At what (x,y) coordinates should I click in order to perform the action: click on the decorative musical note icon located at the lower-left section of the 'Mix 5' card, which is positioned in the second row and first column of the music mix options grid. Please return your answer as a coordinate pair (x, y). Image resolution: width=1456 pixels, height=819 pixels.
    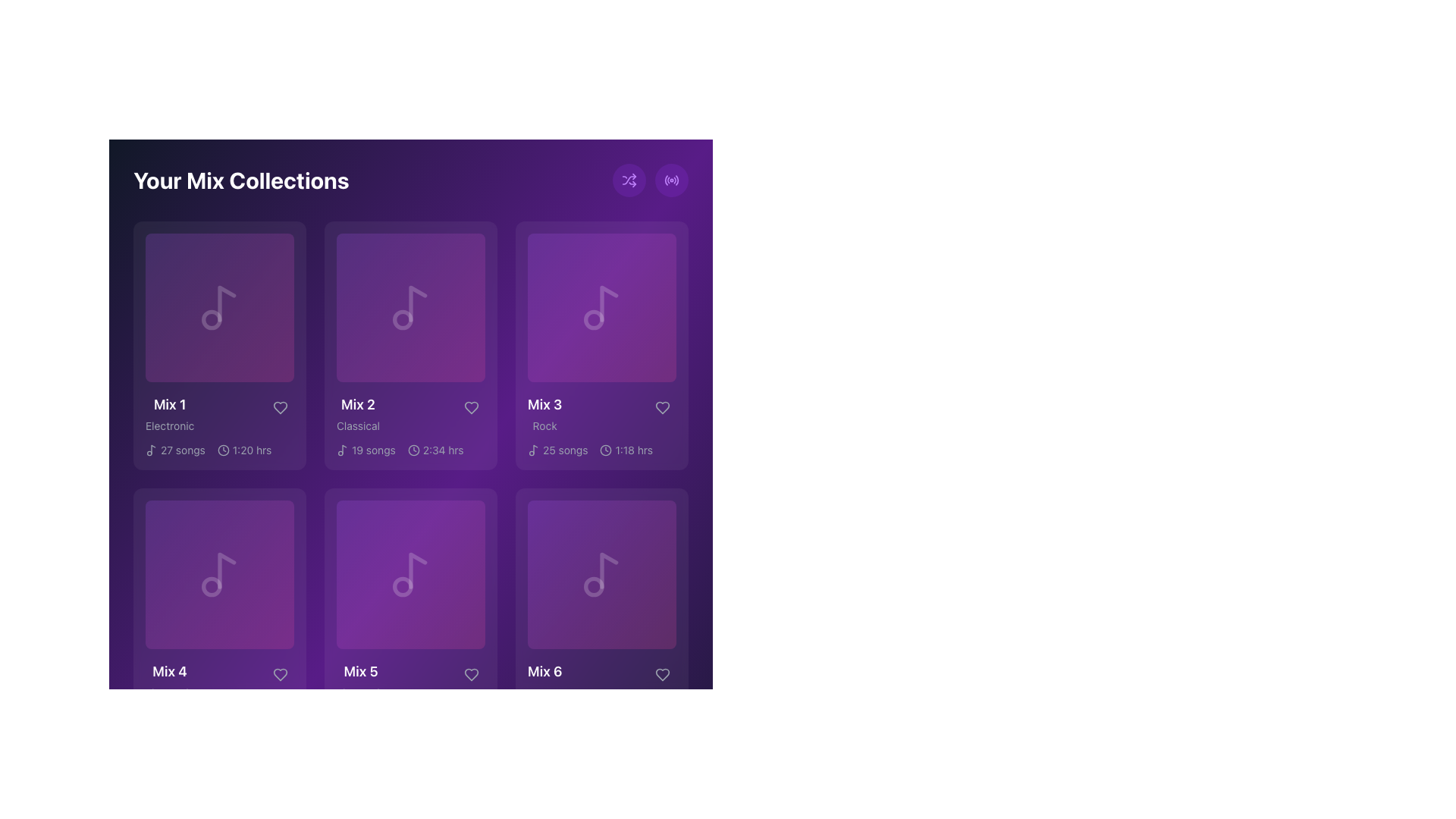
    Looking at the image, I should click on (403, 586).